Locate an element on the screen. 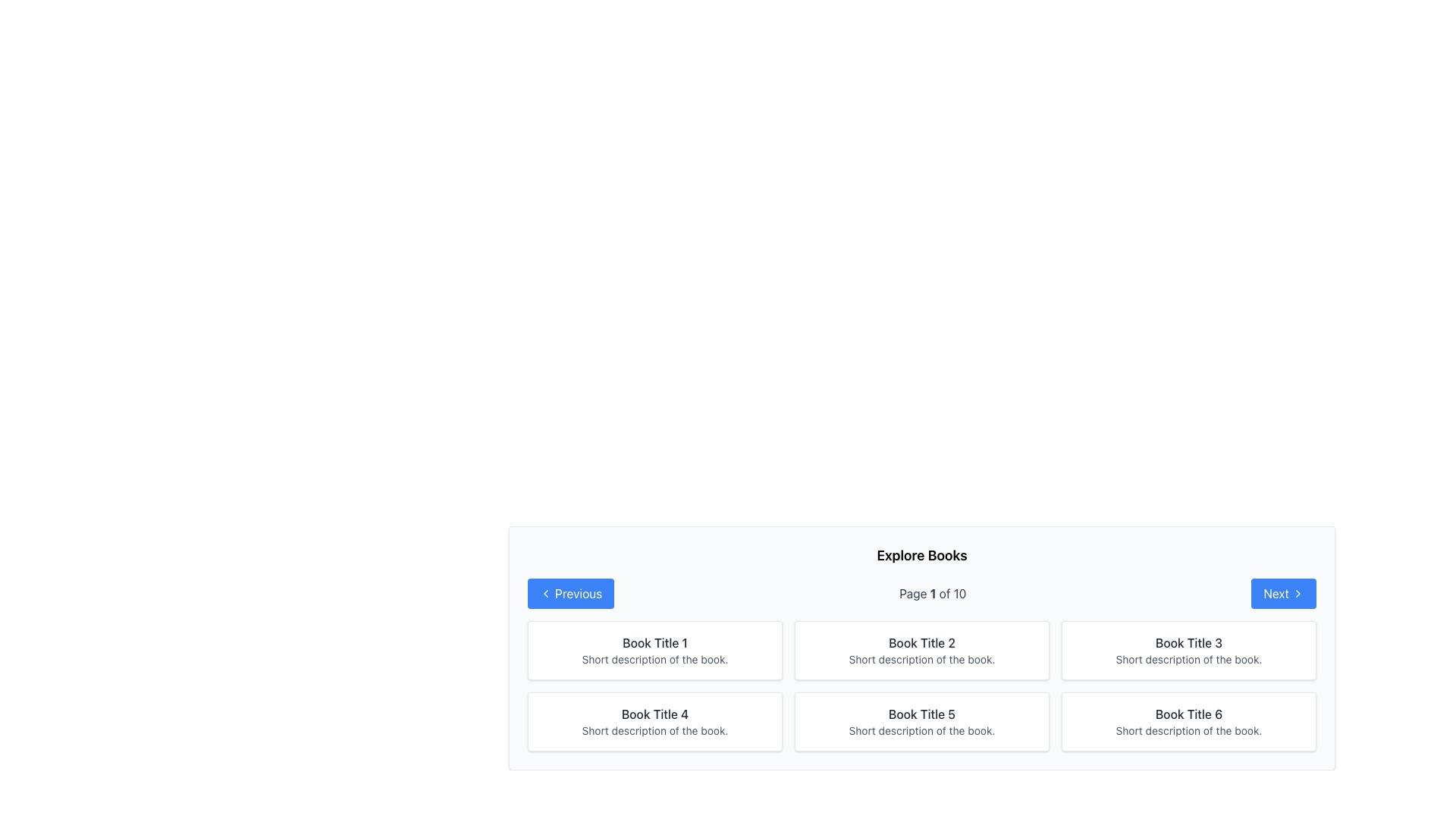  the Information card representing a book item, which is the second card in the first row of the grid layout is located at coordinates (921, 649).